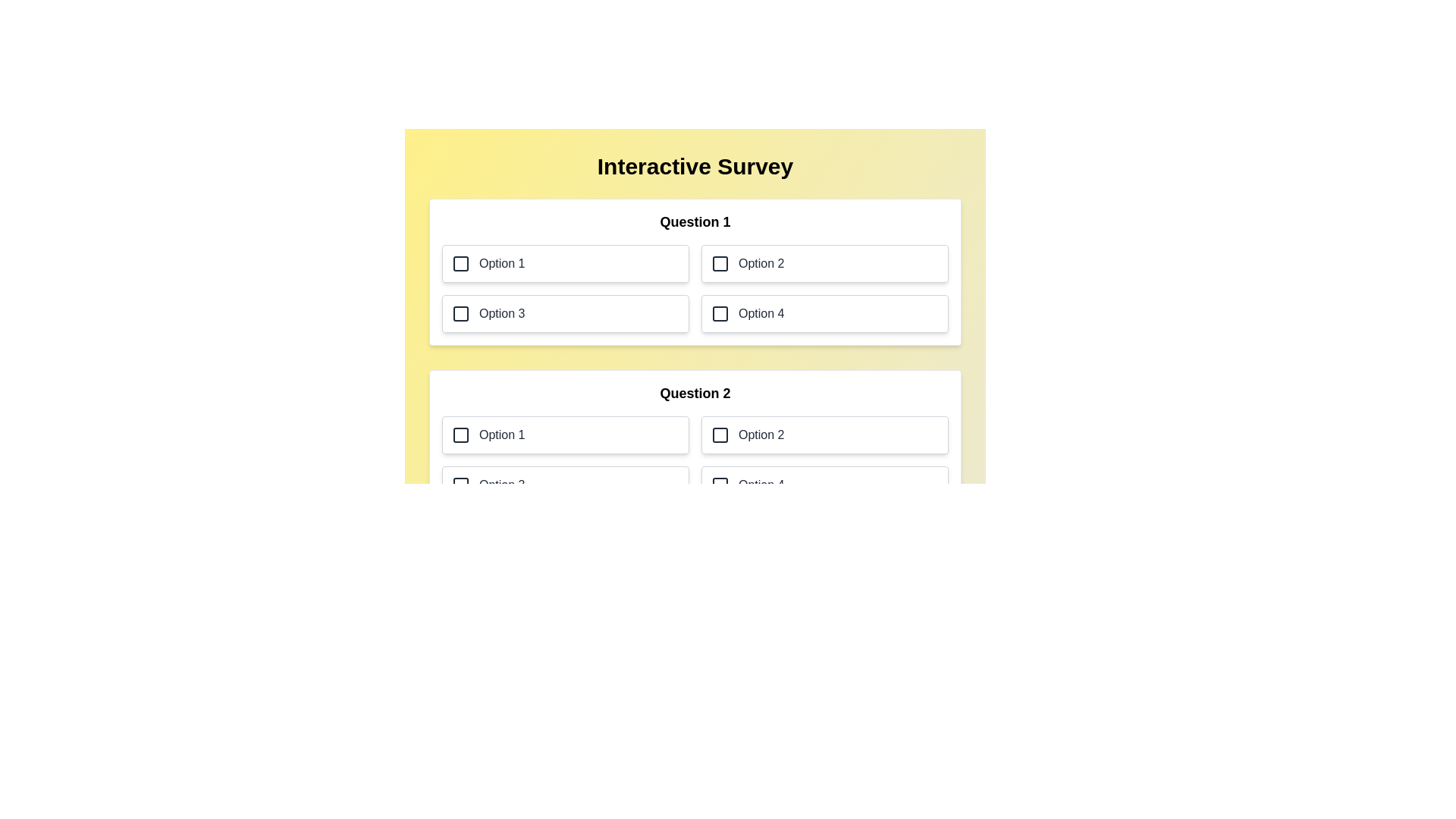 The image size is (1456, 819). What do you see at coordinates (564, 312) in the screenshot?
I see `the option 3 for question 1` at bounding box center [564, 312].